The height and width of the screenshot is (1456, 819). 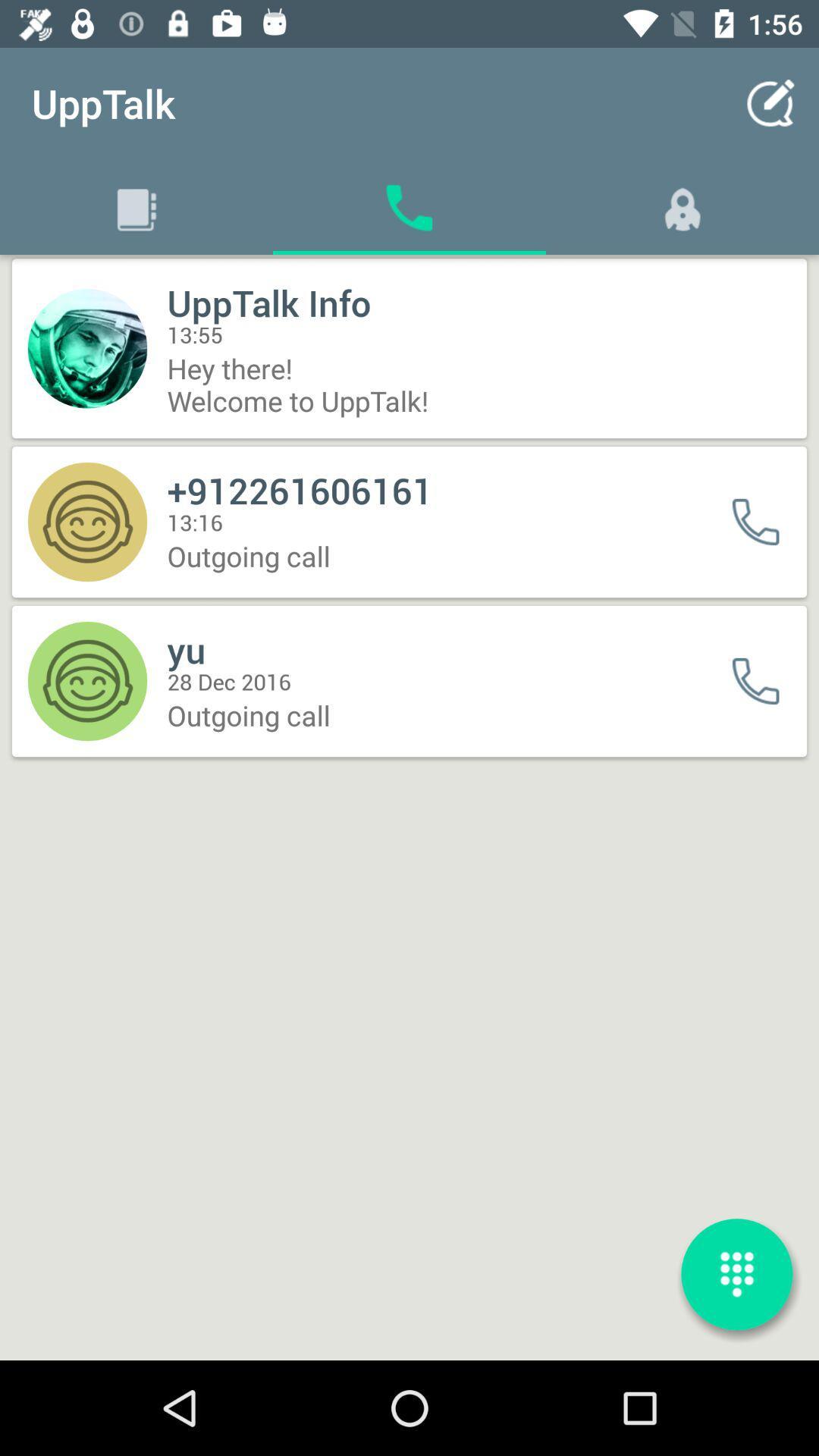 What do you see at coordinates (765, 680) in the screenshot?
I see `call button` at bounding box center [765, 680].